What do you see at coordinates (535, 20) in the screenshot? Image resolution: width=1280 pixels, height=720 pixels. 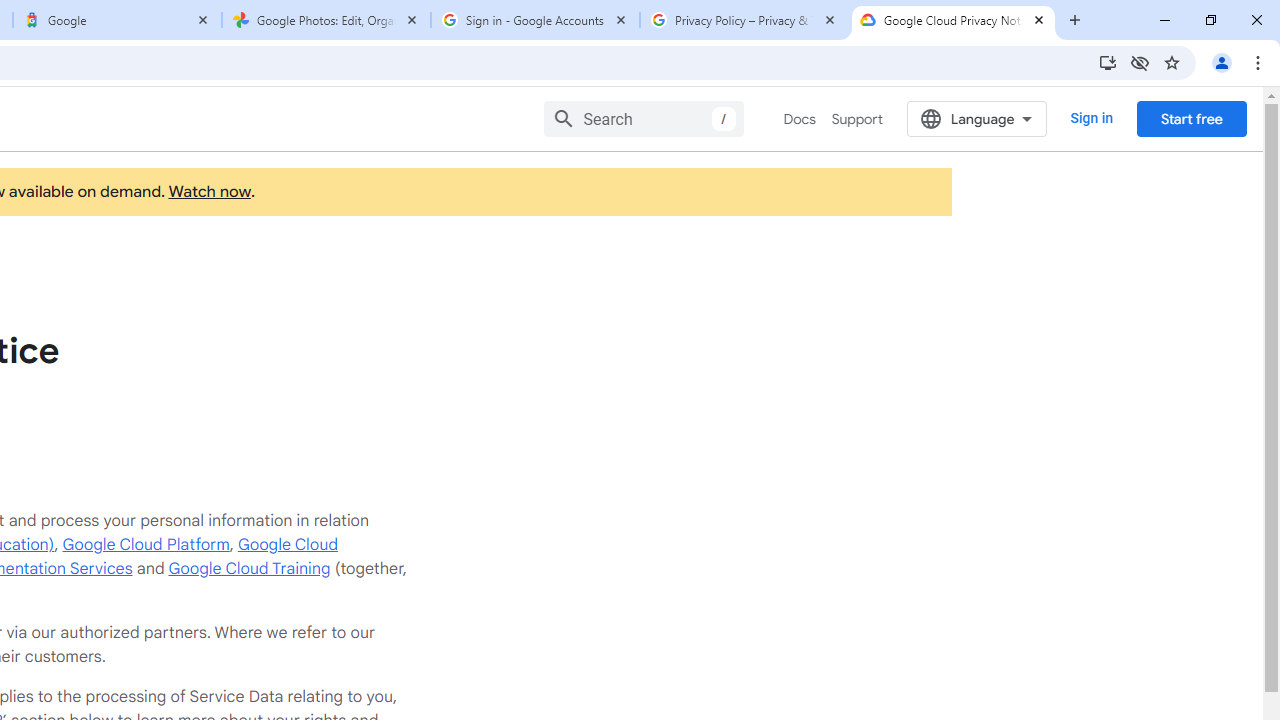 I see `'Sign in - Google Accounts'` at bounding box center [535, 20].